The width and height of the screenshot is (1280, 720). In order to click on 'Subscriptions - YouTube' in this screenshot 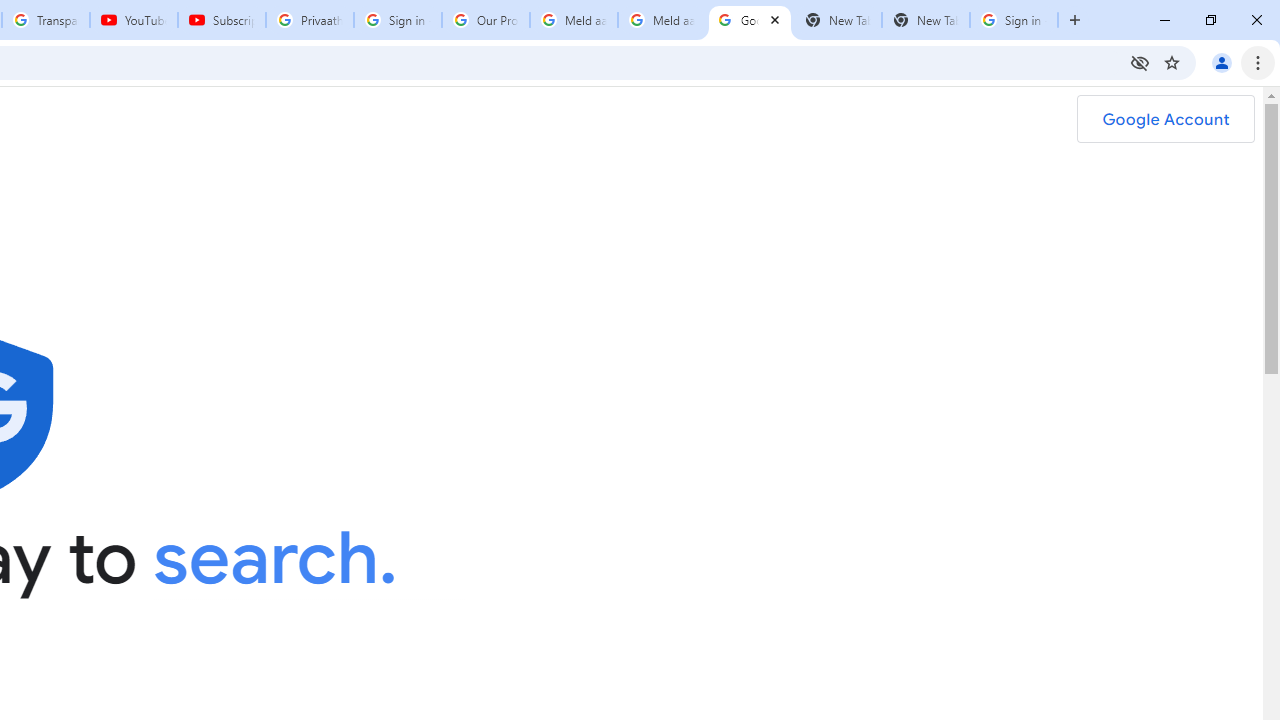, I will do `click(222, 20)`.